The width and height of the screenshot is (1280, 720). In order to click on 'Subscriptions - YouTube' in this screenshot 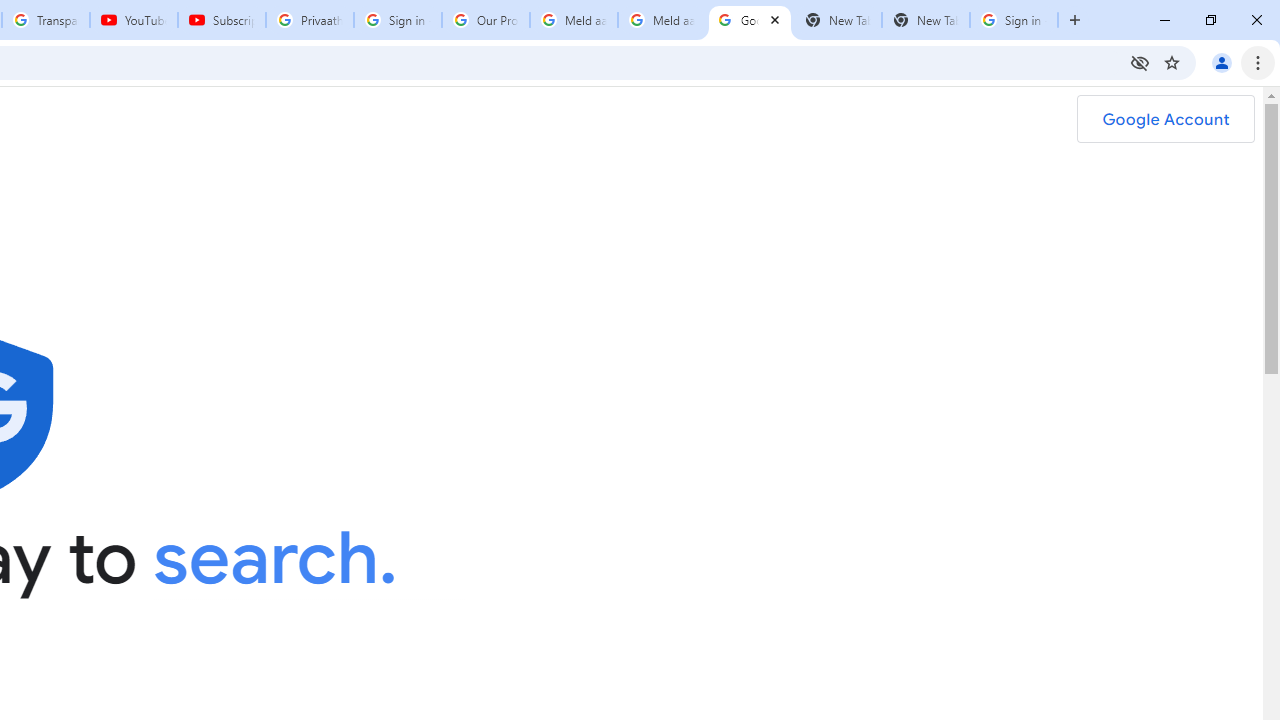, I will do `click(222, 20)`.